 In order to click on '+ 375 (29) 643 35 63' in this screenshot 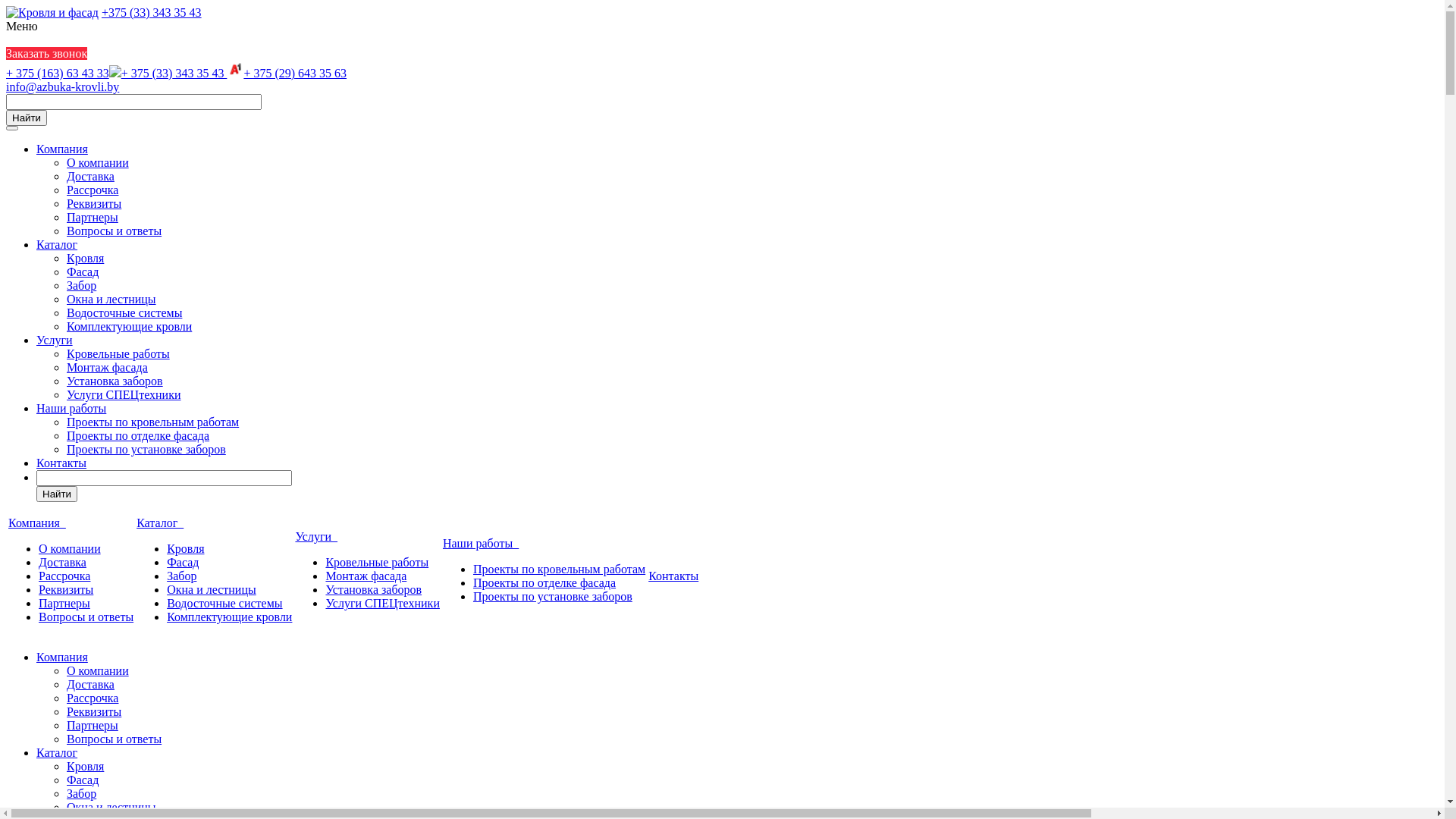, I will do `click(225, 73)`.